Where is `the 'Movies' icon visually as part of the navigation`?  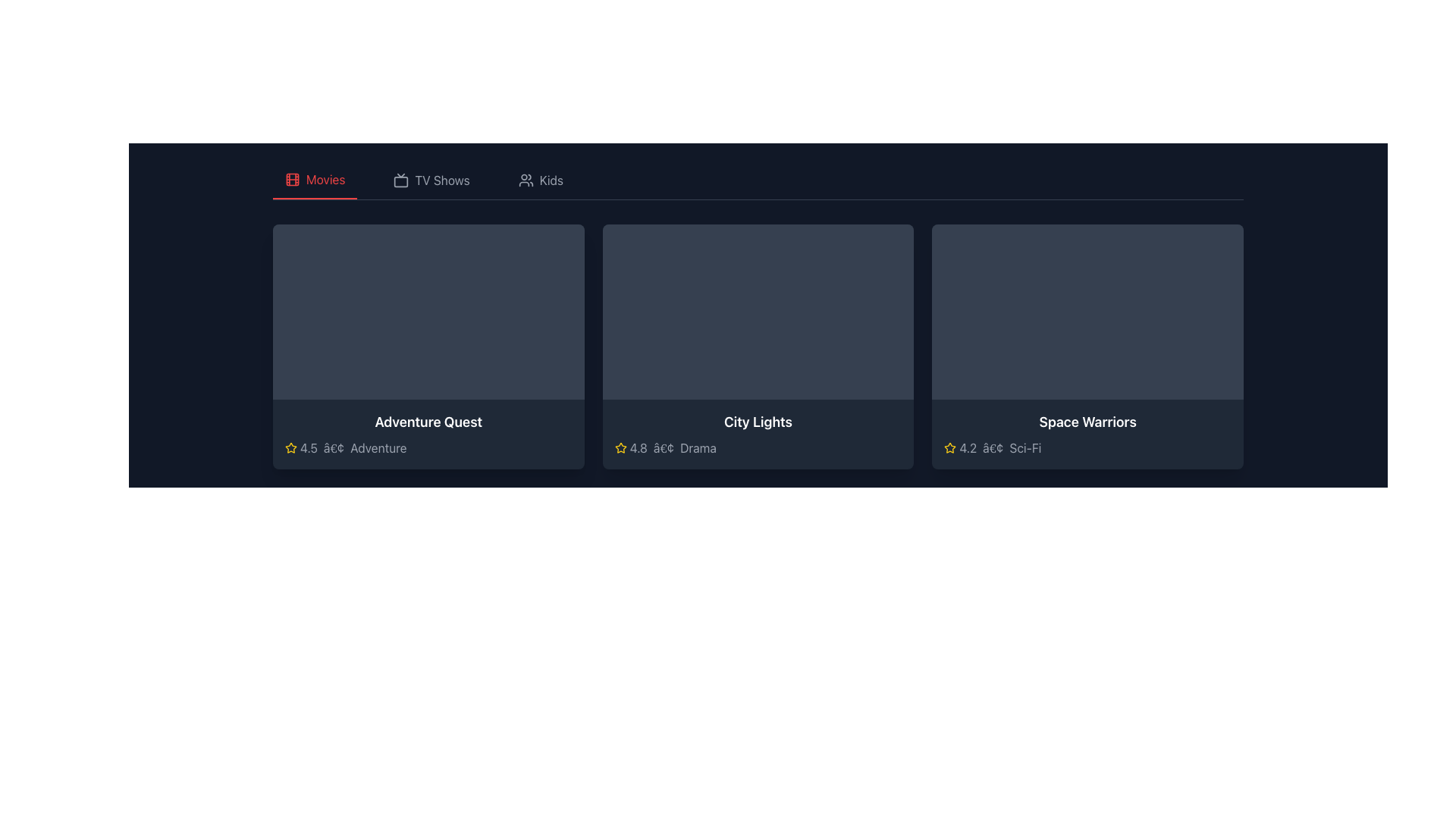 the 'Movies' icon visually as part of the navigation is located at coordinates (292, 178).